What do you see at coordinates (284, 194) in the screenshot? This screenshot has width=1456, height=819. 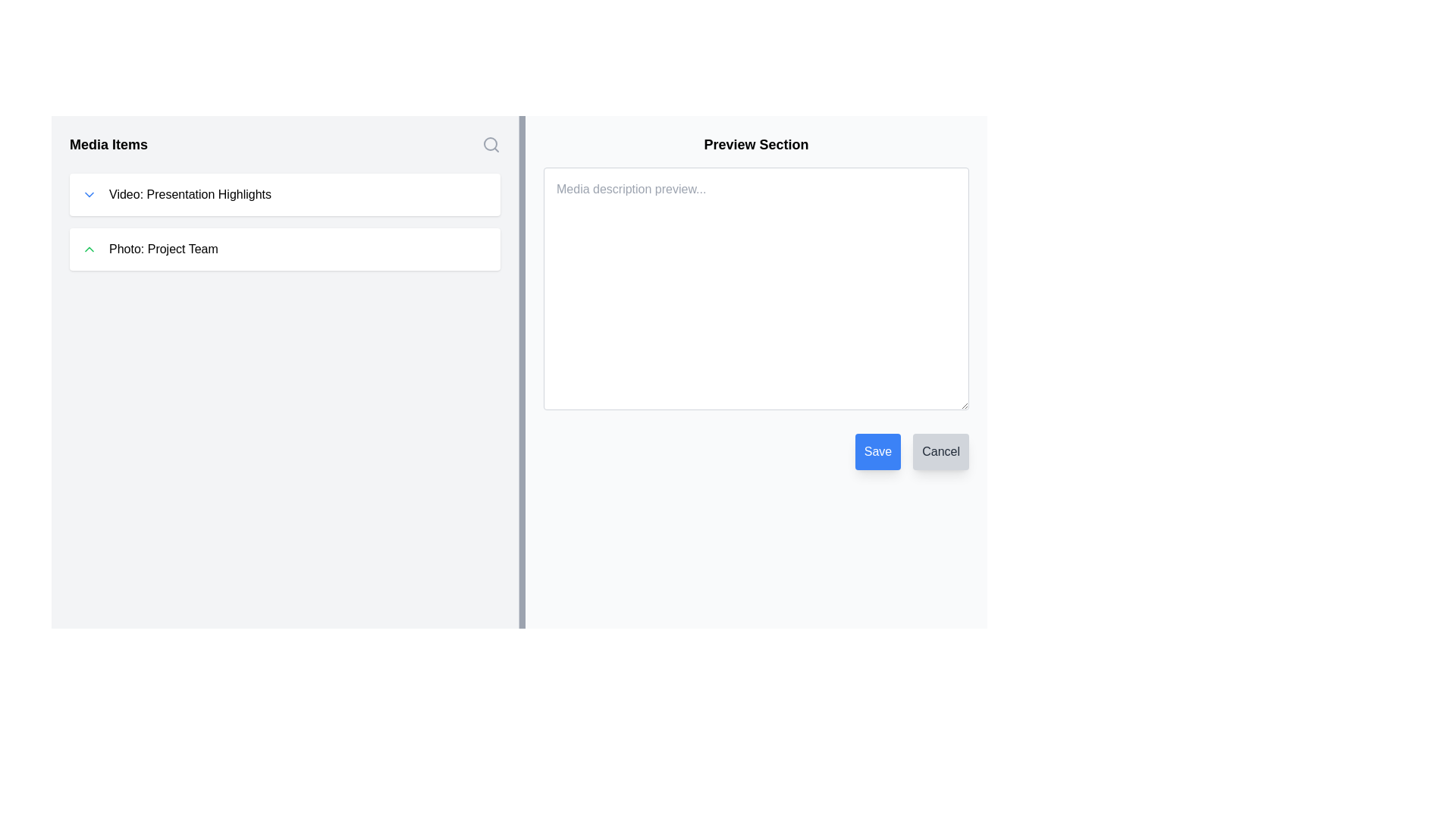 I see `on the collapsible entry labeled 'Video: Presentation Highlights' which is the first item in the media list` at bounding box center [284, 194].